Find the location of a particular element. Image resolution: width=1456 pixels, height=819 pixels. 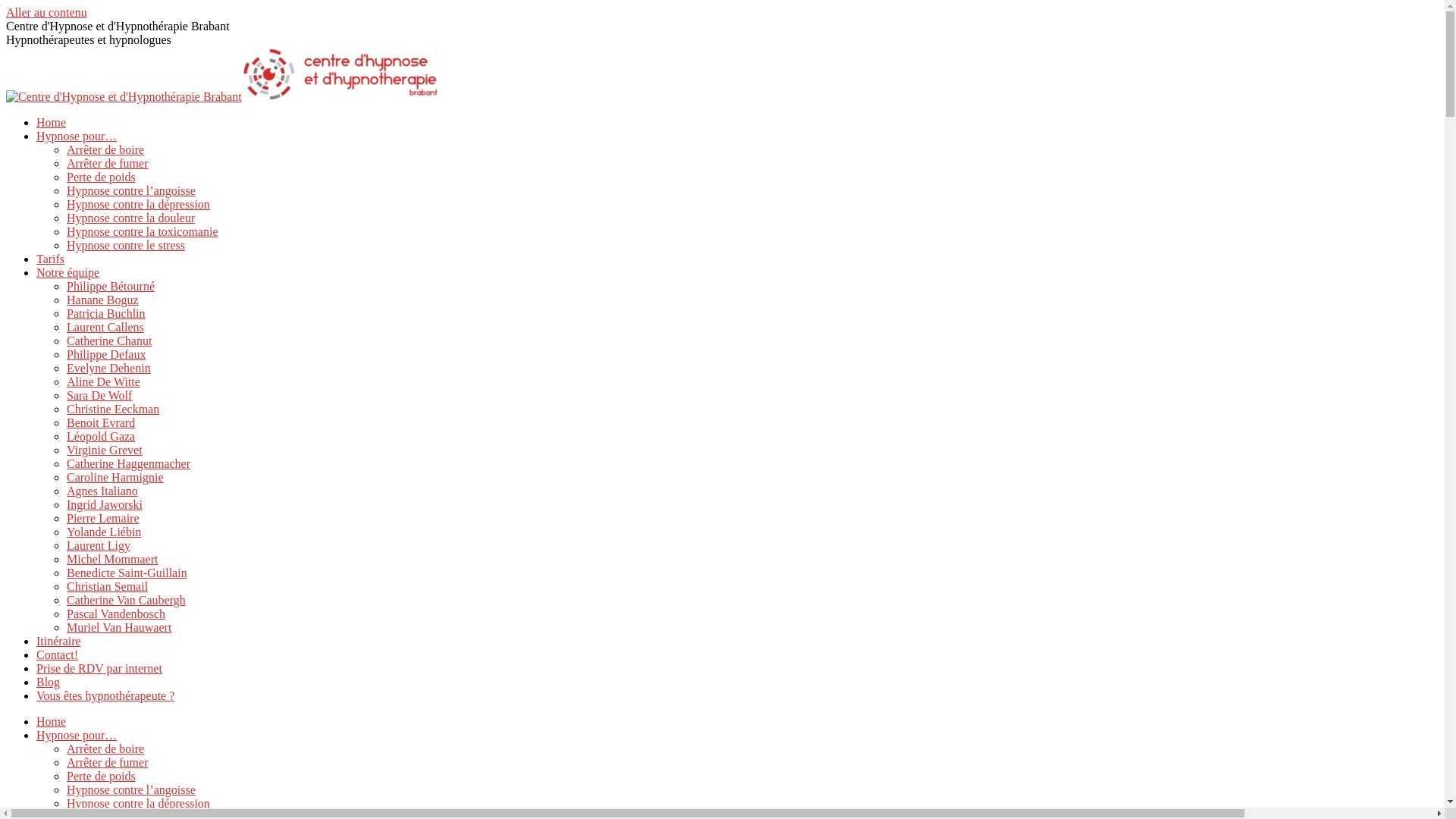

'Hypnose contre la toxicomanie' is located at coordinates (142, 231).